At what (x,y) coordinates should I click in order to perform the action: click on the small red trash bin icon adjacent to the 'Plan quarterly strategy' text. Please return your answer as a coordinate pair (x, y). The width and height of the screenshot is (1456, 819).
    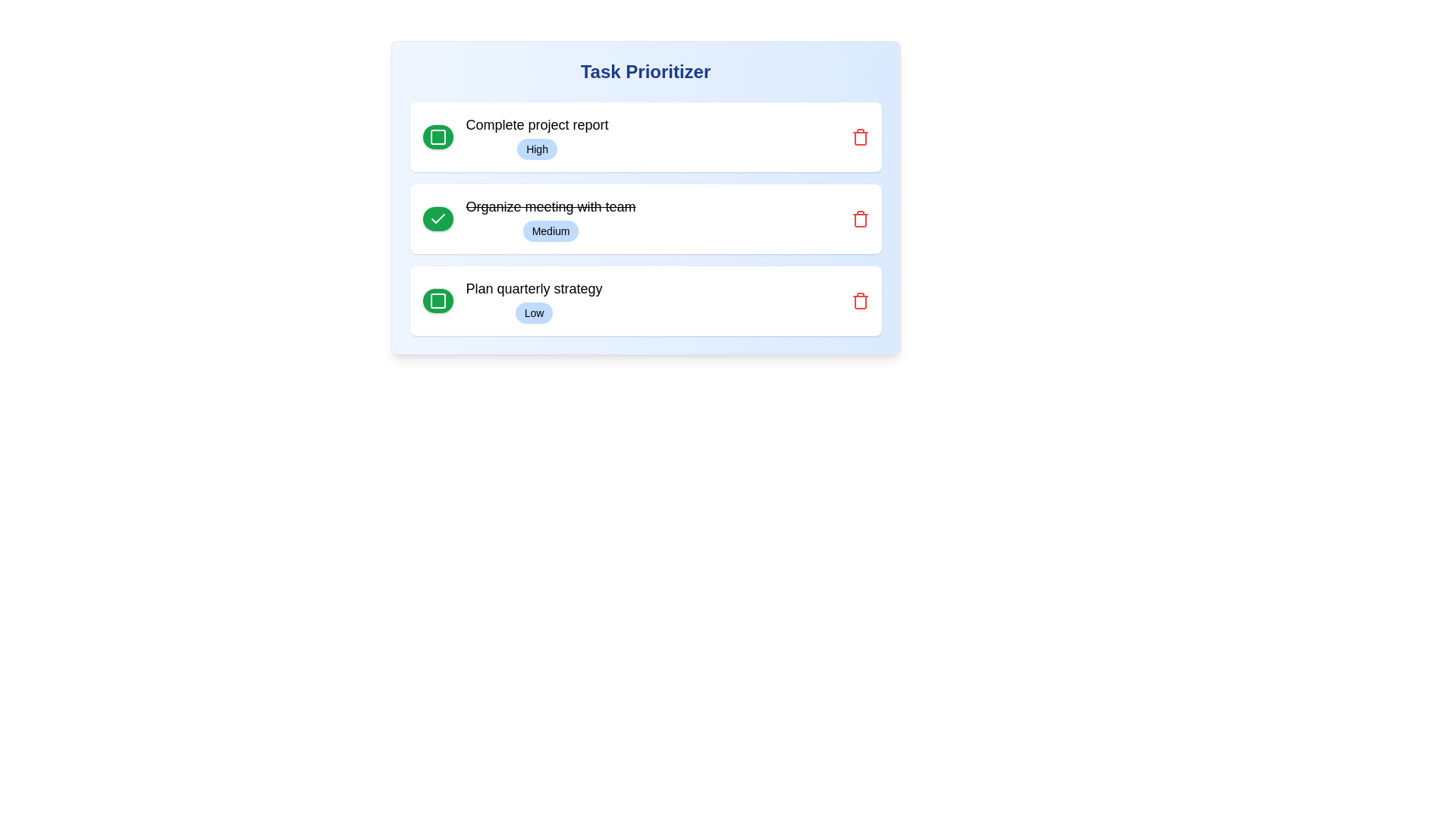
    Looking at the image, I should click on (860, 301).